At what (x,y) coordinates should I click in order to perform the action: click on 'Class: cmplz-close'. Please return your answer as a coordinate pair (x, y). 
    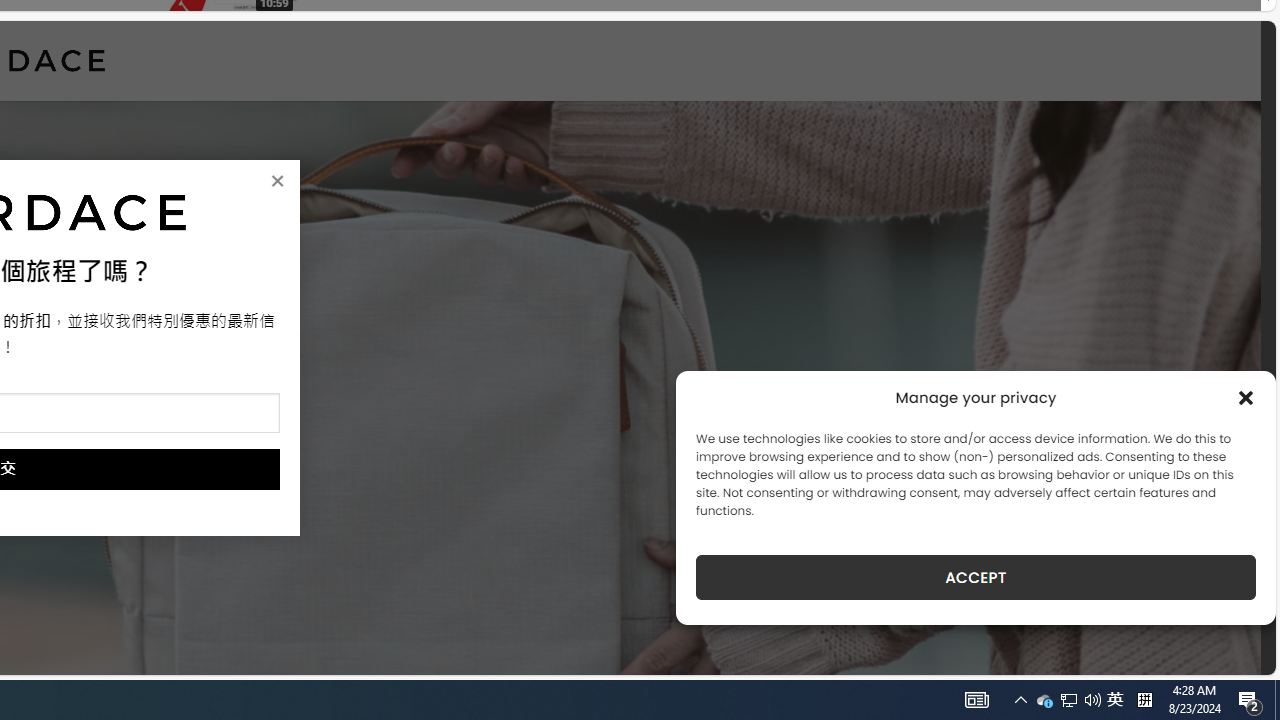
    Looking at the image, I should click on (1245, 398).